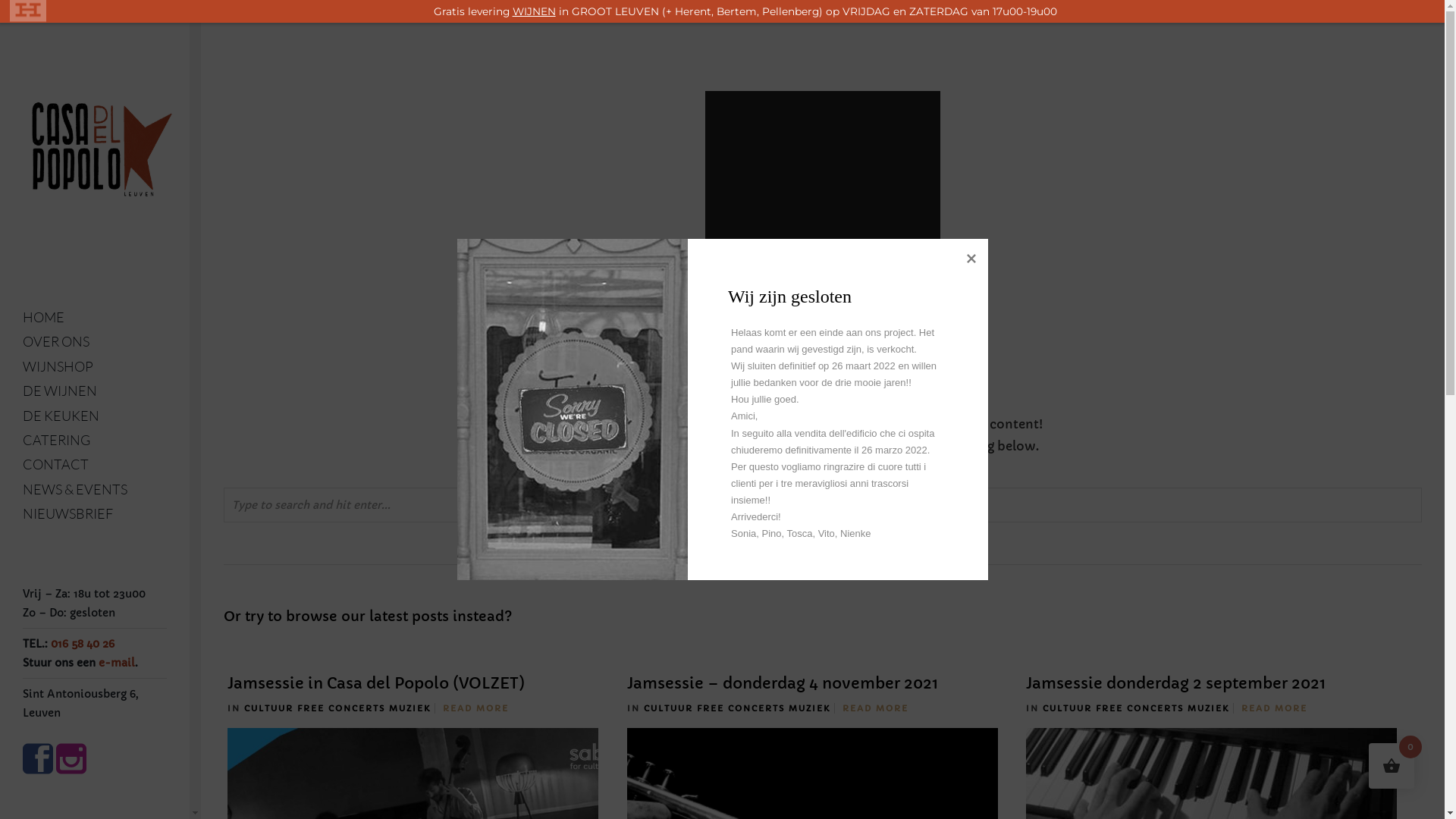  Describe the element at coordinates (268, 708) in the screenshot. I see `'CULTUUR'` at that location.